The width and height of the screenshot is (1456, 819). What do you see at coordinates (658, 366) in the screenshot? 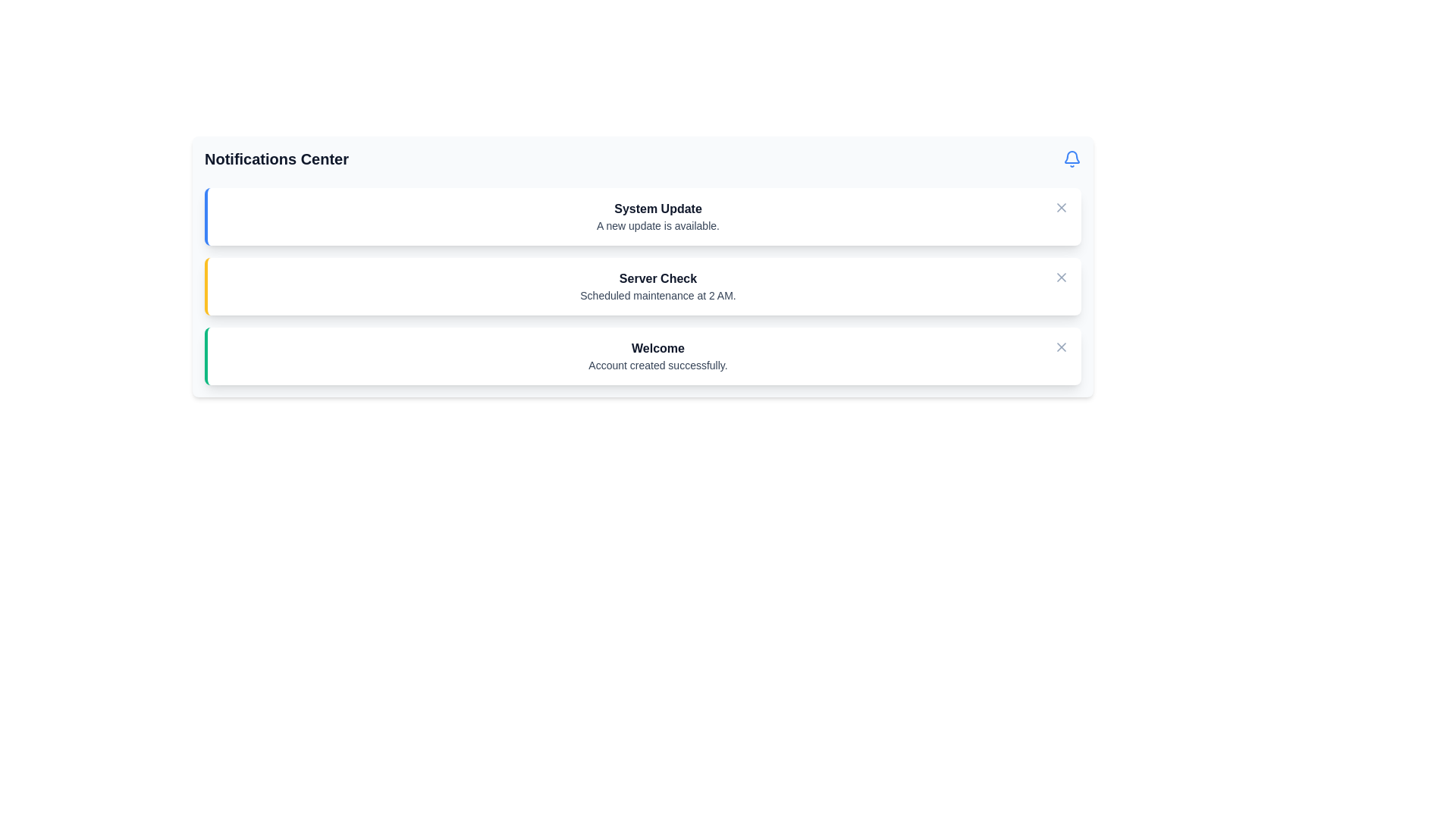
I see `the confirmation message that informs the user about successful account creation, located beneath the heading 'Welcome' in the lower part of the third notification card` at bounding box center [658, 366].